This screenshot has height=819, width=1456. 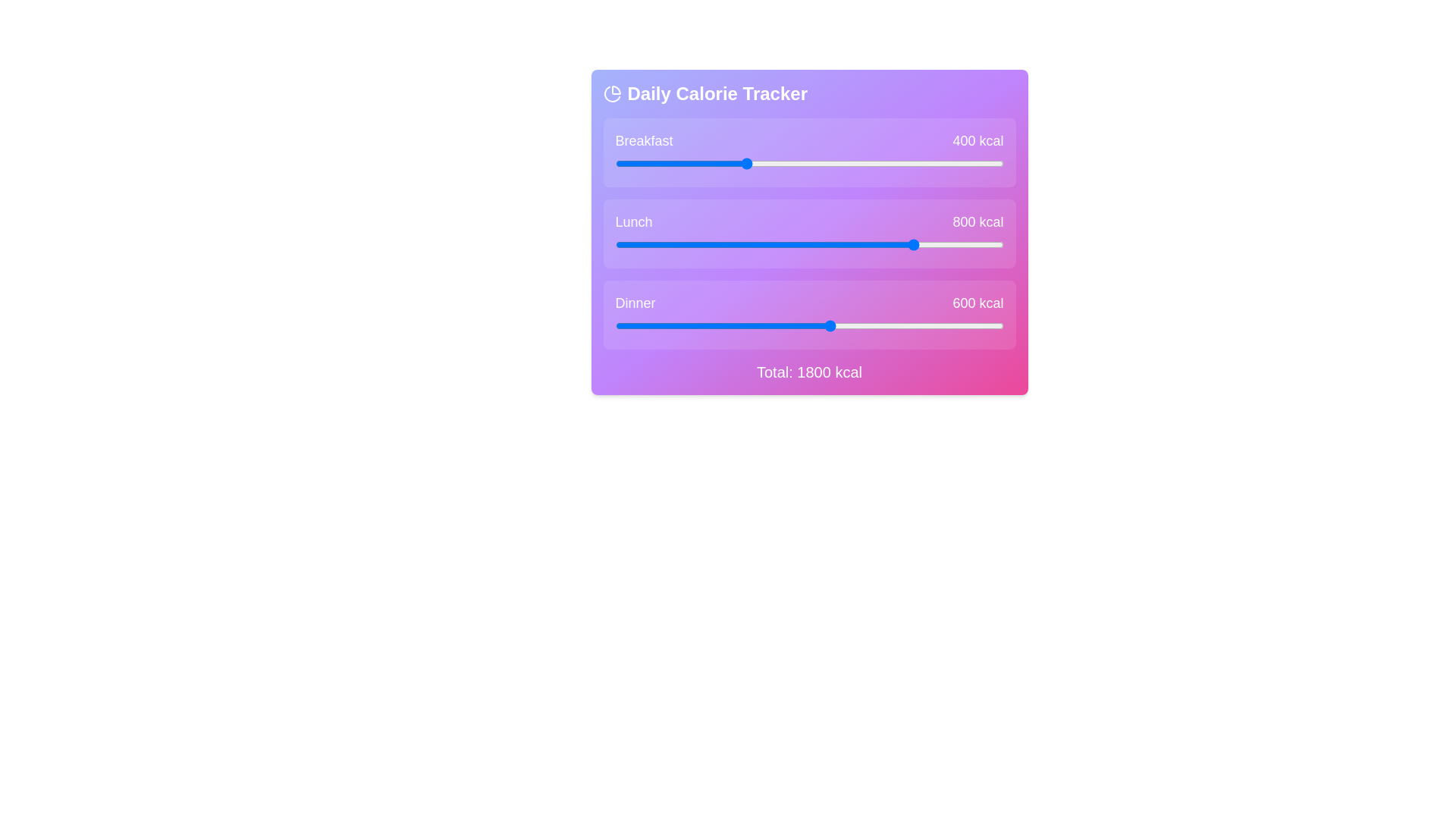 What do you see at coordinates (752, 164) in the screenshot?
I see `the breakfast calorie value` at bounding box center [752, 164].